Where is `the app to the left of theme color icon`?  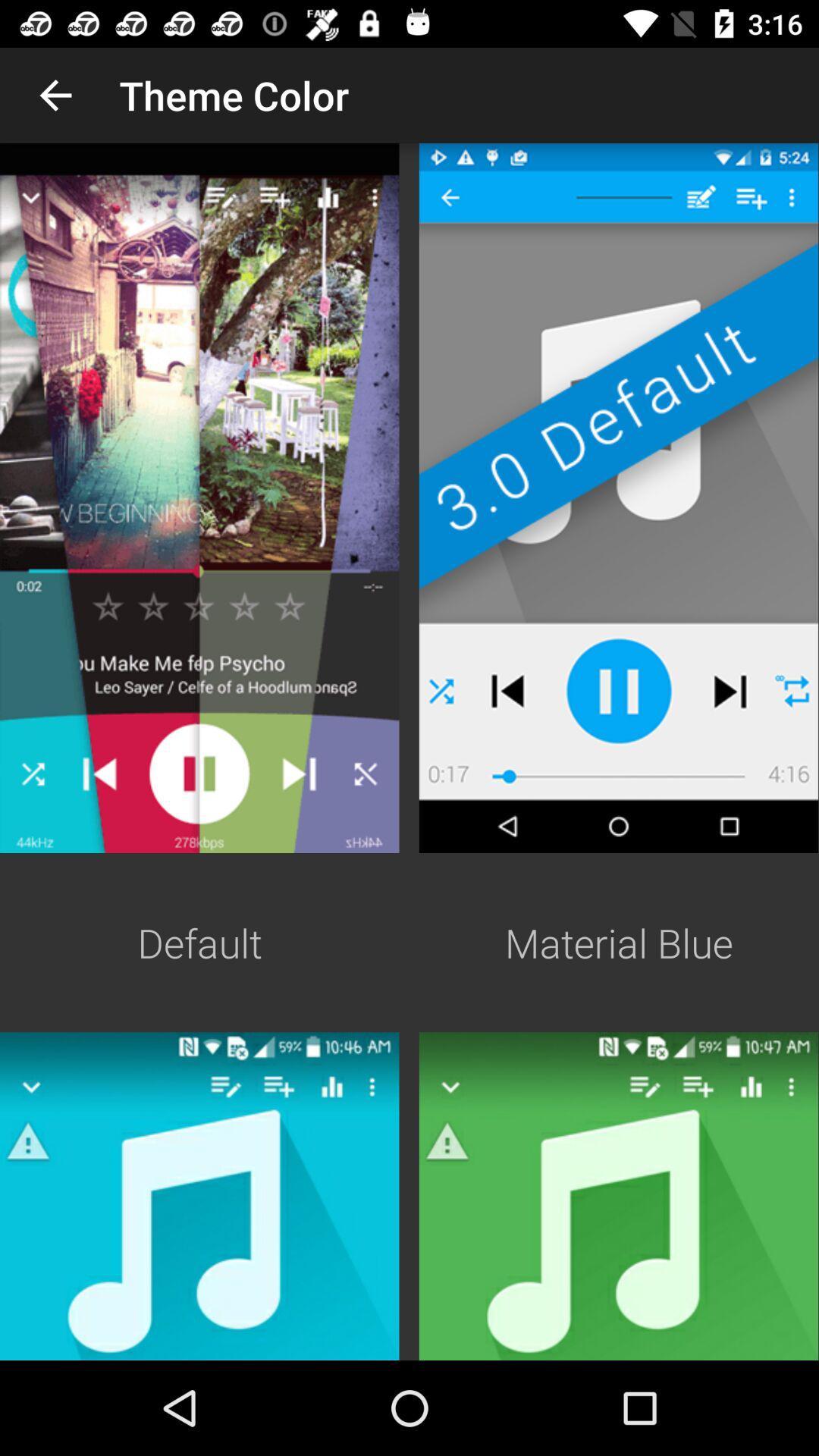 the app to the left of theme color icon is located at coordinates (55, 94).